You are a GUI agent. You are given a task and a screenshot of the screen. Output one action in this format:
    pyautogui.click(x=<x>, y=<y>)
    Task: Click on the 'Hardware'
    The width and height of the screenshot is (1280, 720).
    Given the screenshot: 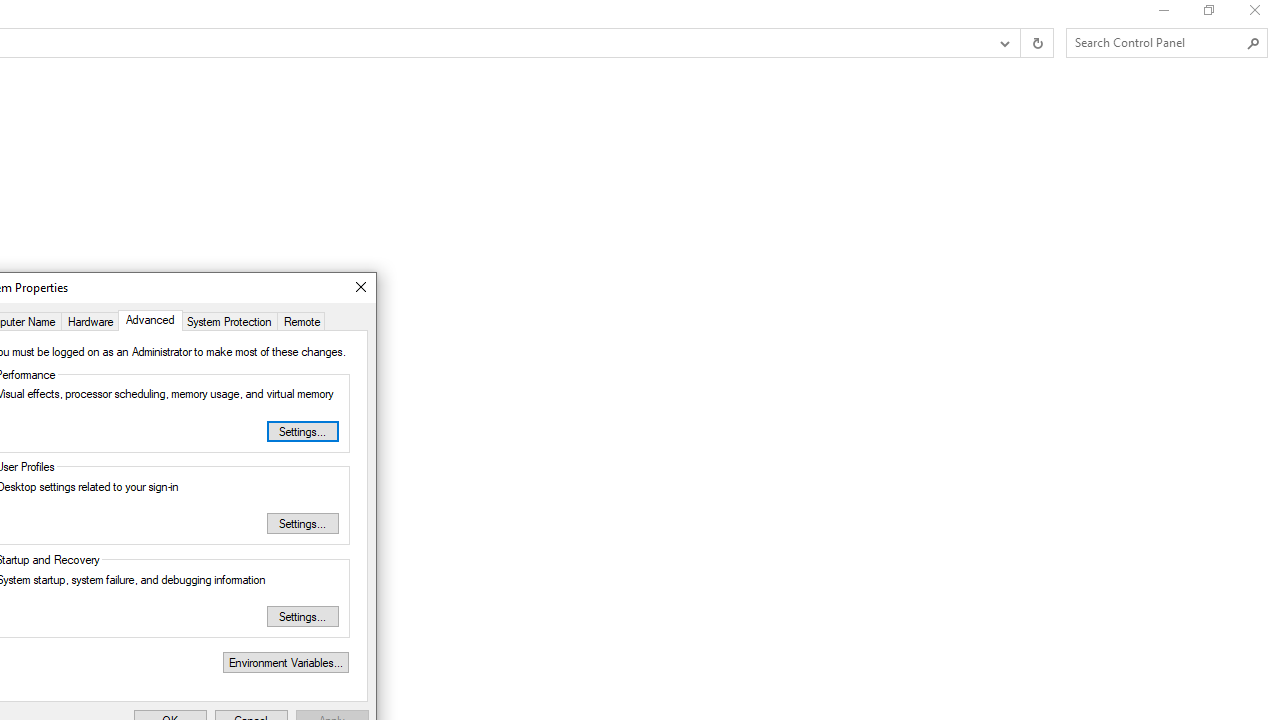 What is the action you would take?
    pyautogui.click(x=89, y=319)
    